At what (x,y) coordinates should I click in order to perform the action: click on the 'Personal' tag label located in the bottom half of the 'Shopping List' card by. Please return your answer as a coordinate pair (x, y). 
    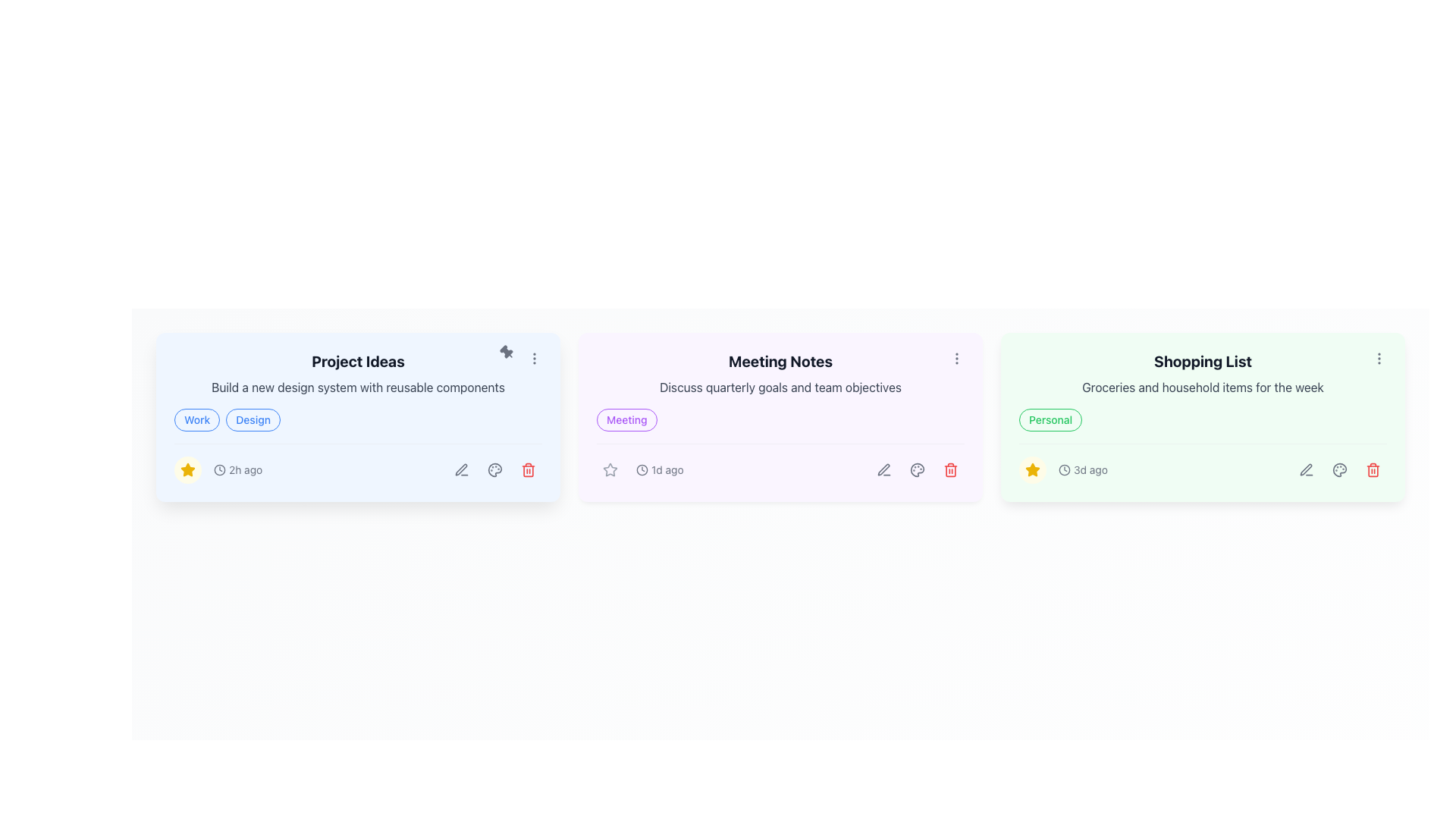
    Looking at the image, I should click on (1202, 420).